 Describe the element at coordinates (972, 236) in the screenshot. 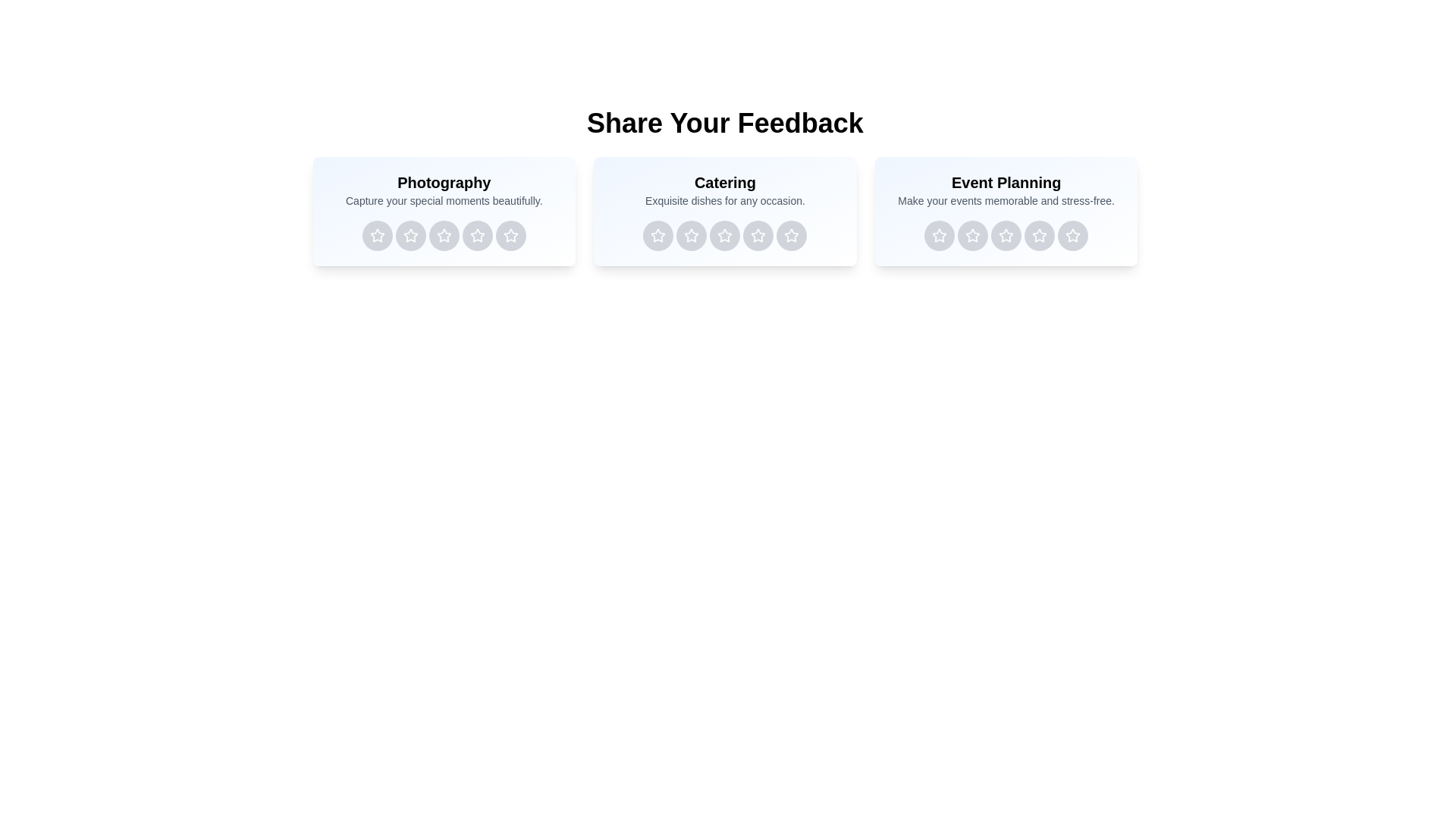

I see `the rating button for Event Planning service with 2 stars` at that location.